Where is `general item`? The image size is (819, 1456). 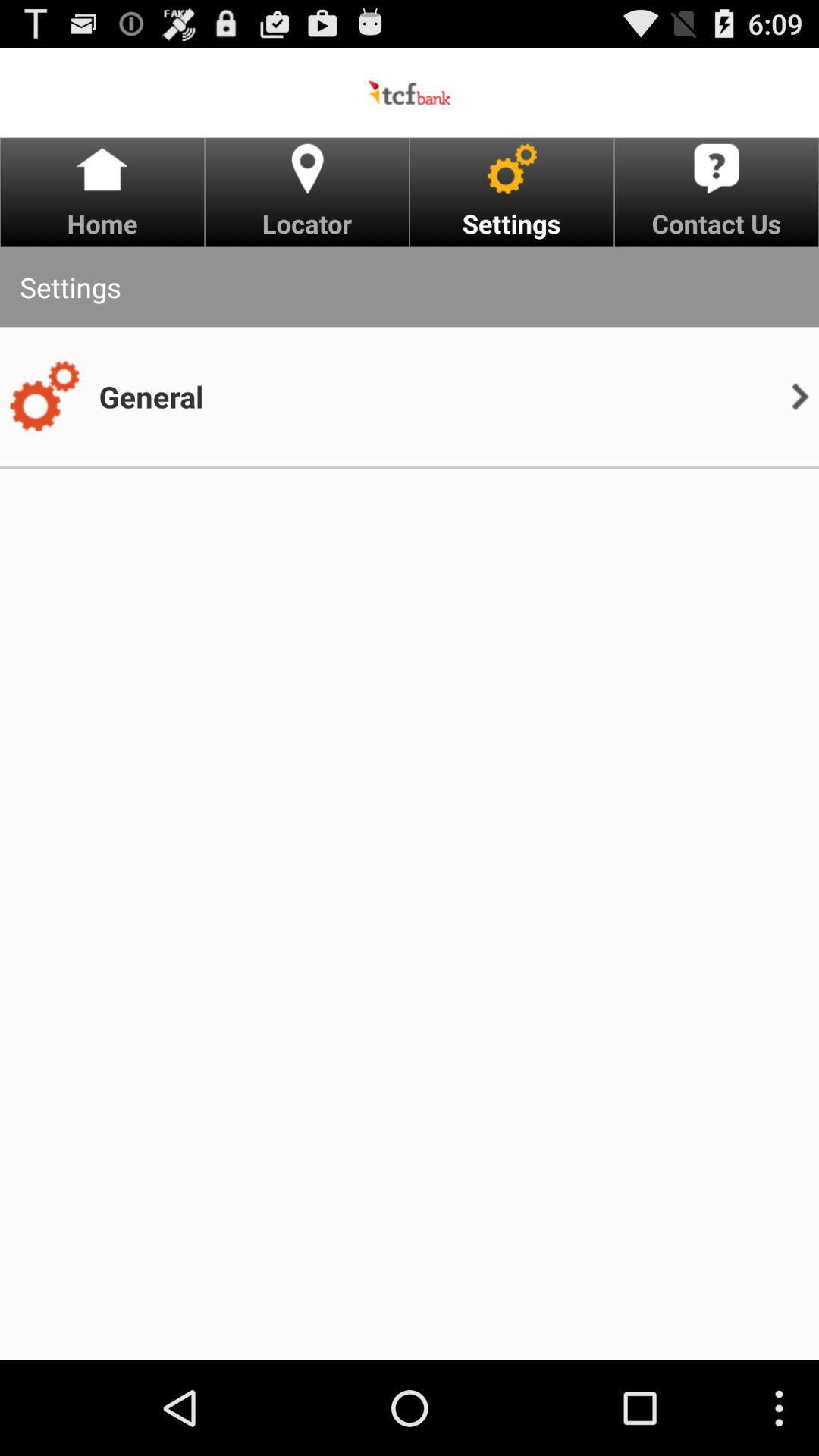 general item is located at coordinates (151, 397).